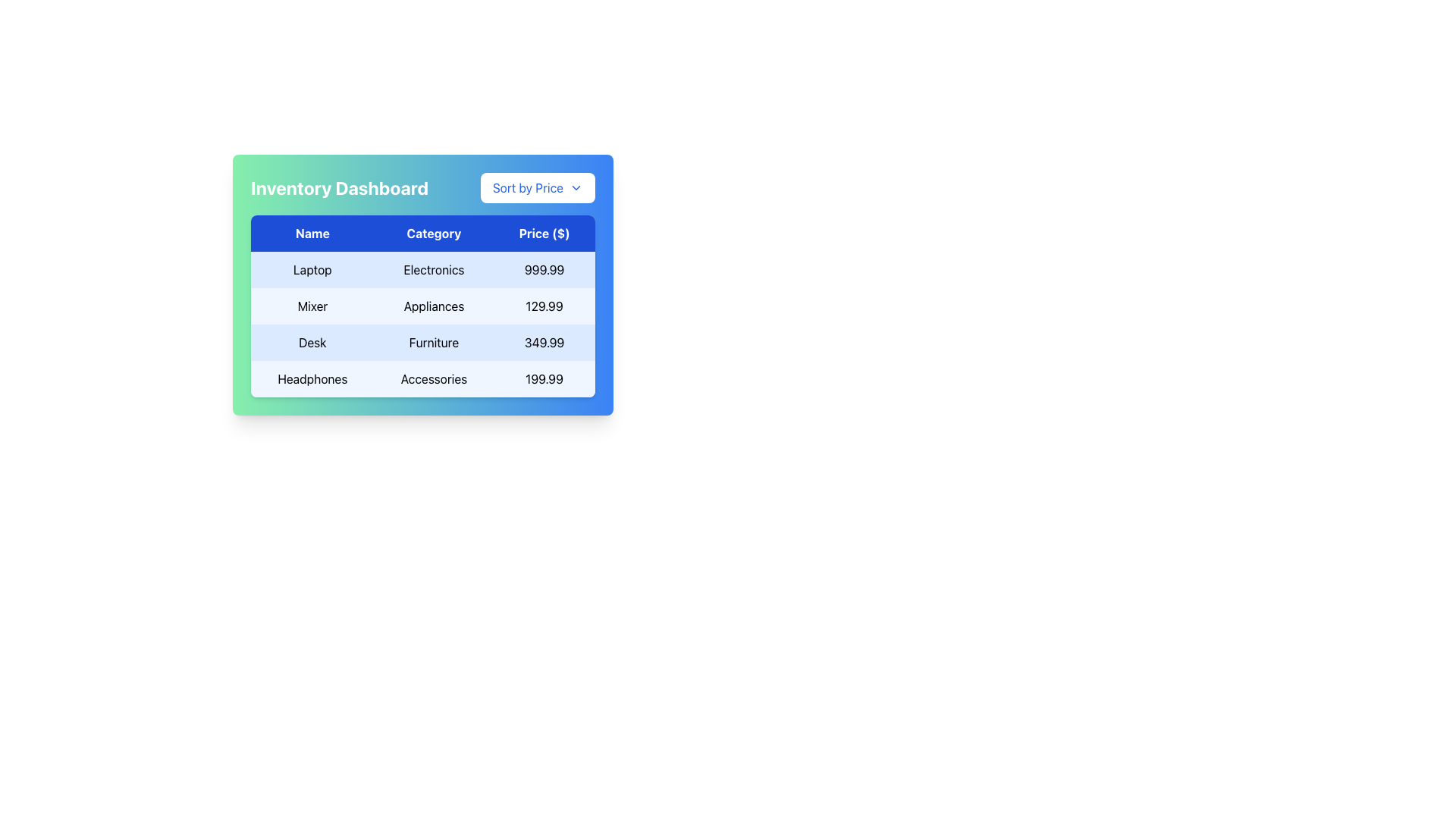 The width and height of the screenshot is (1456, 819). Describe the element at coordinates (422, 234) in the screenshot. I see `the Table Header containing the labels 'Name', 'Category', and 'Price ($)' by moving the cursor to the center of the element` at that location.